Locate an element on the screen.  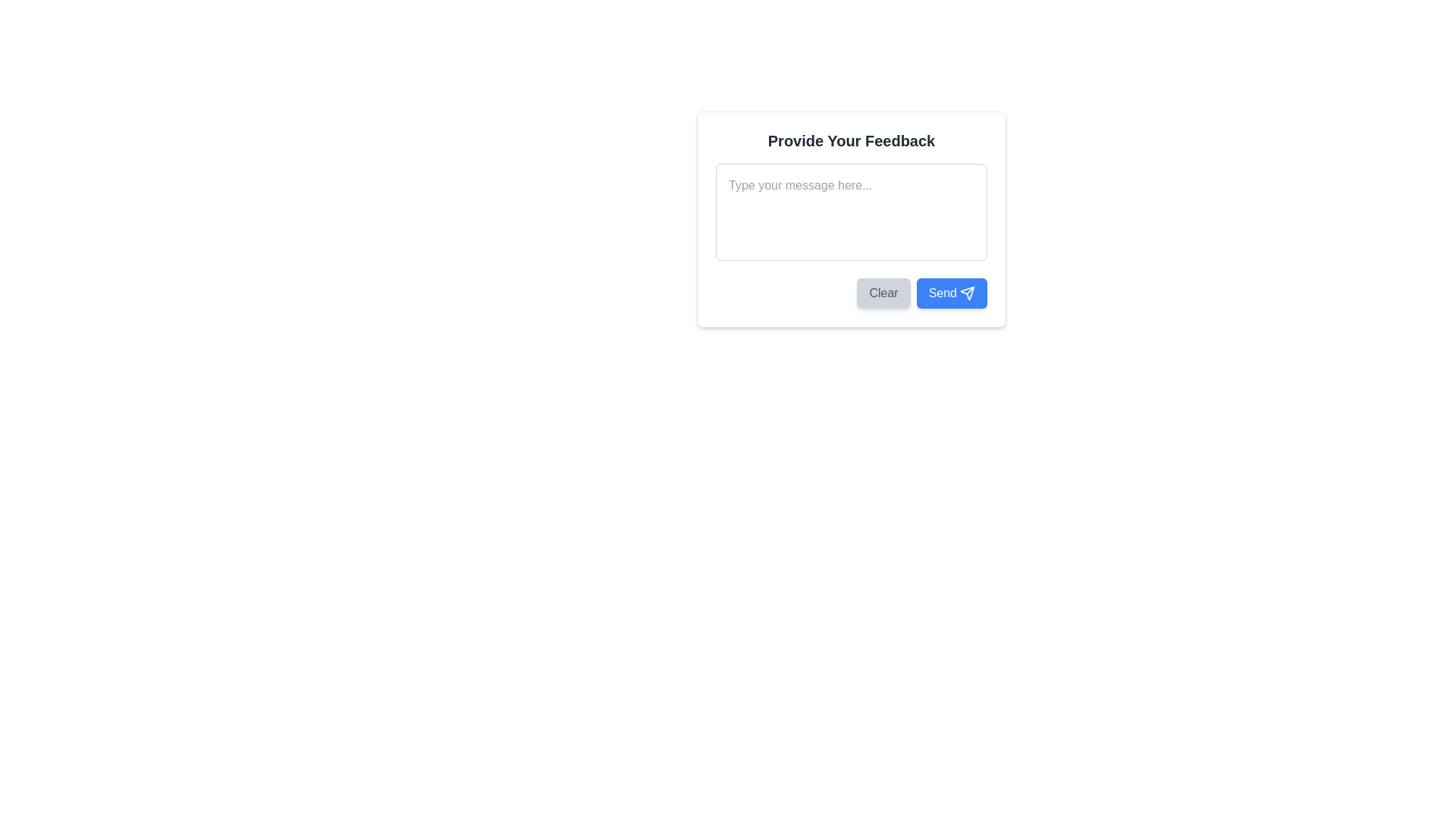
the 'Send' button is located at coordinates (942, 293).